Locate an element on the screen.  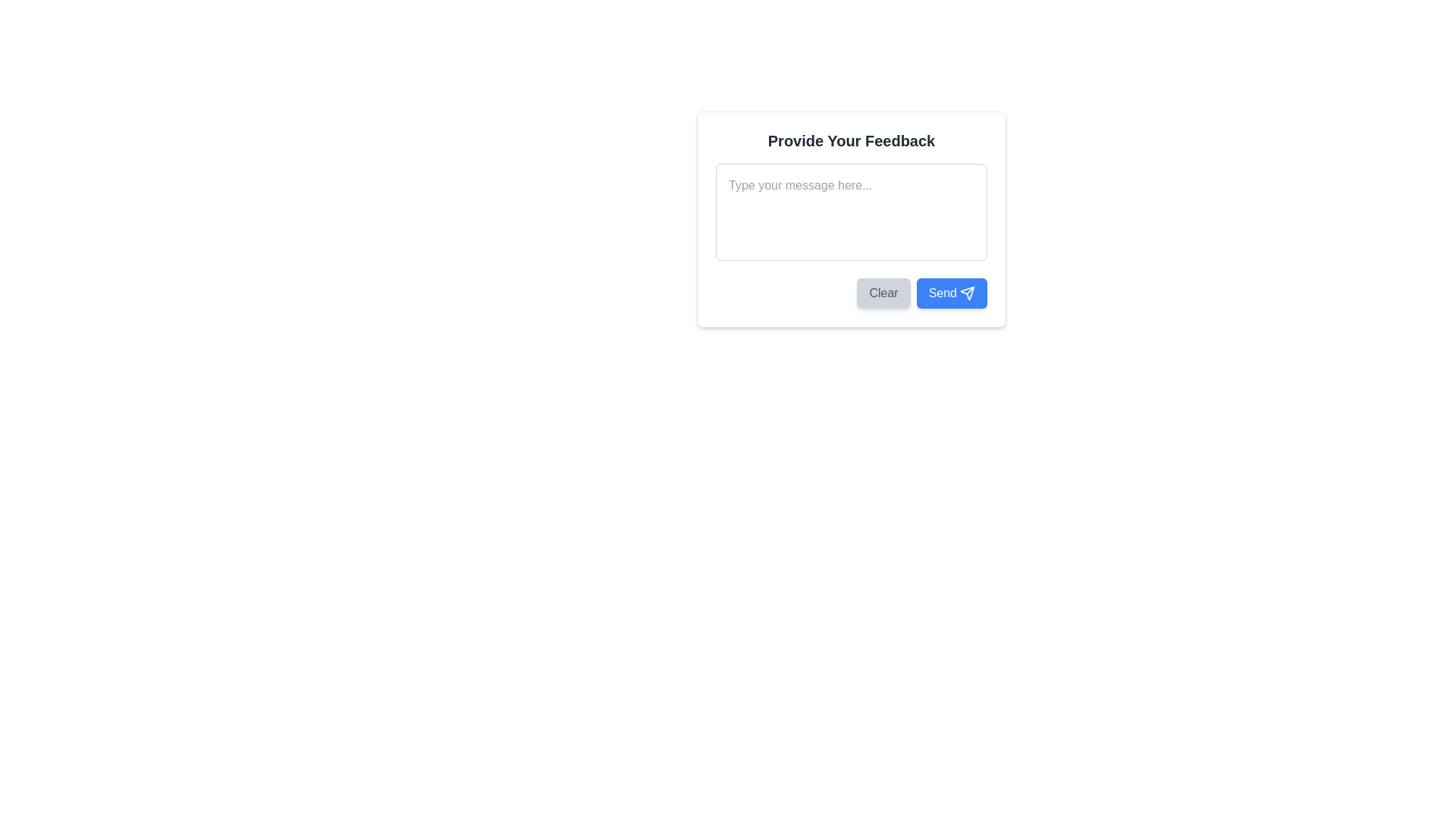
the 'Send' button is located at coordinates (942, 293).